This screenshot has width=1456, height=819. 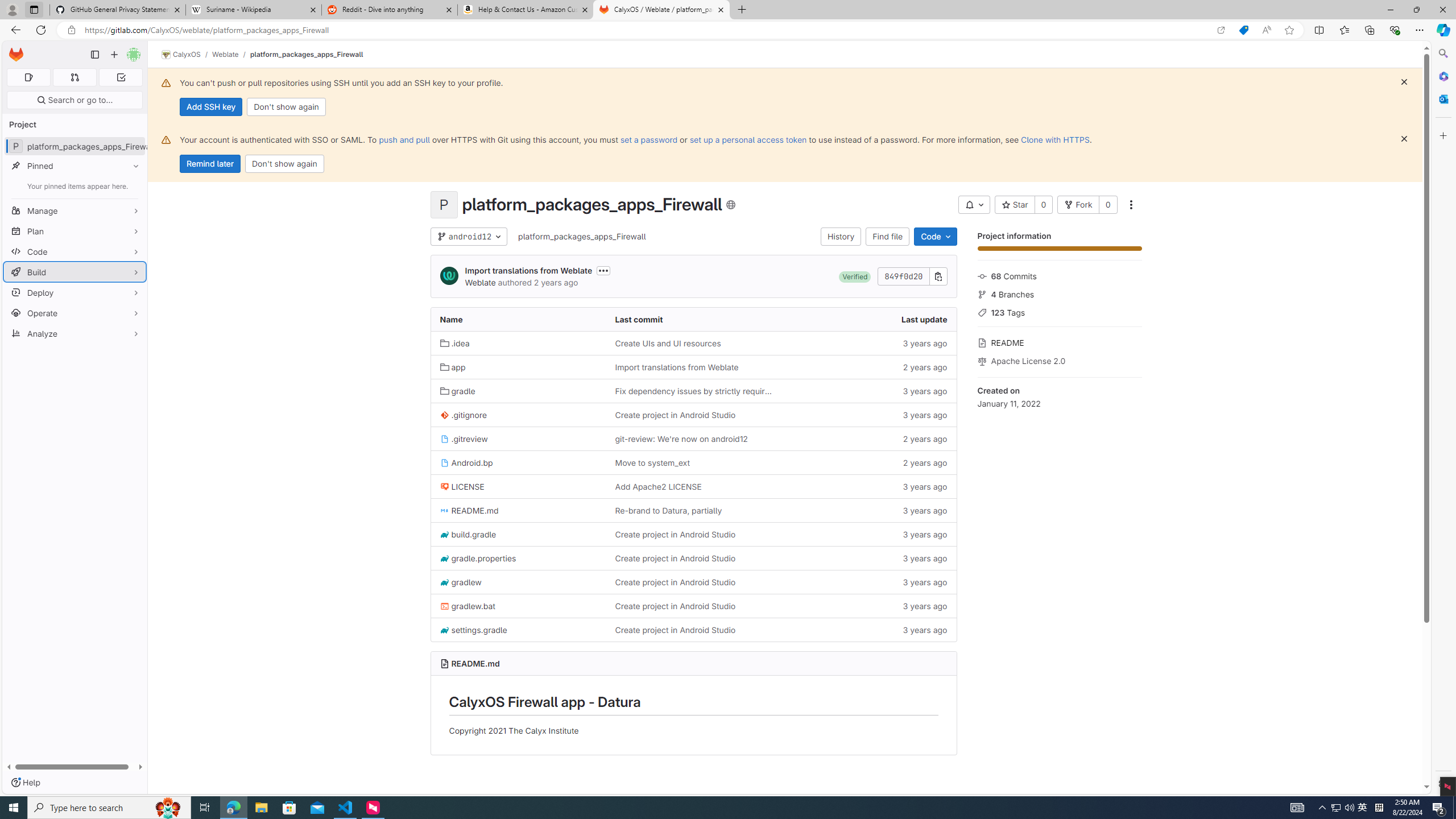 What do you see at coordinates (693, 320) in the screenshot?
I see `'Last commit'` at bounding box center [693, 320].